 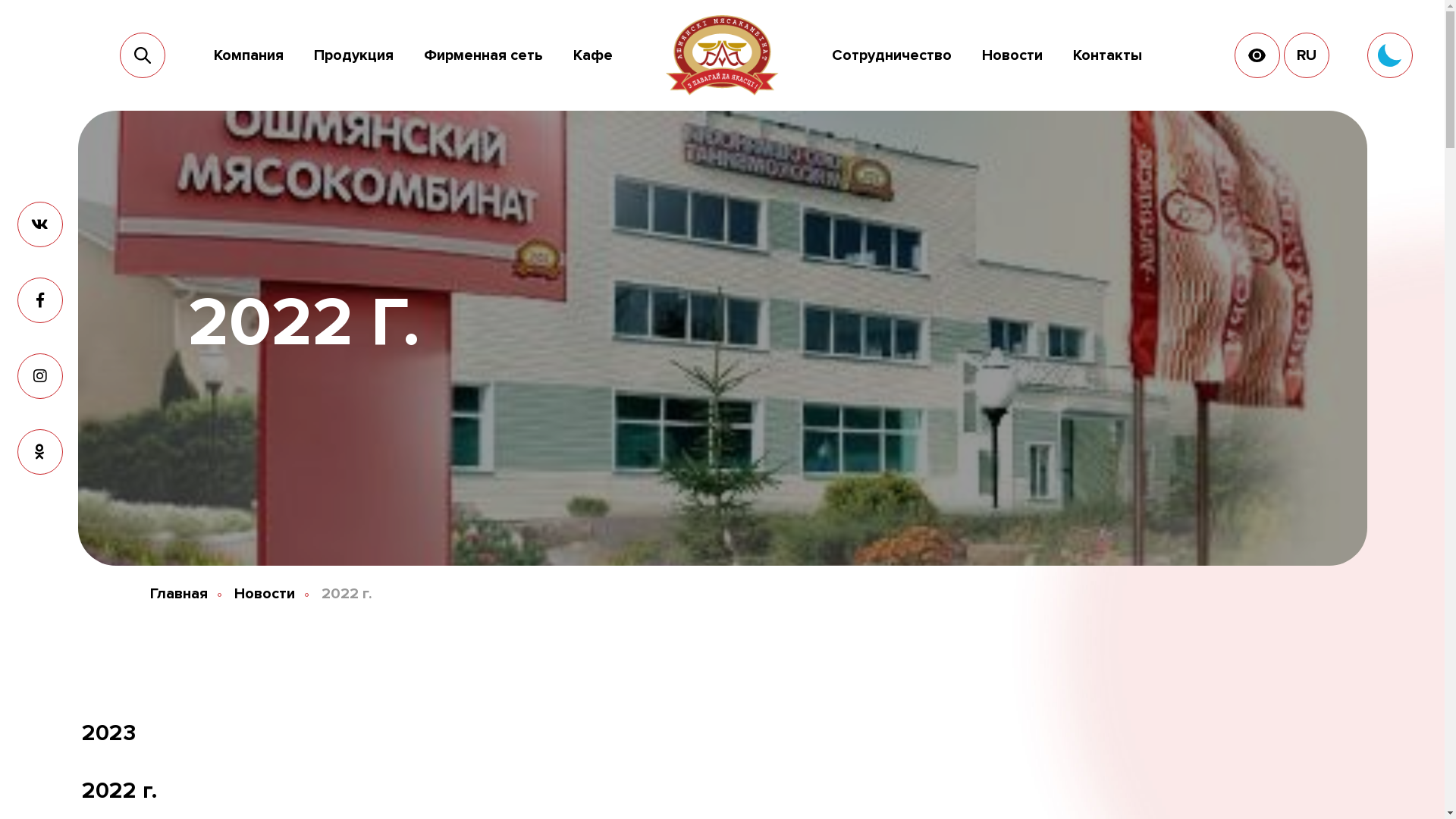 What do you see at coordinates (1306, 55) in the screenshot?
I see `'RU'` at bounding box center [1306, 55].